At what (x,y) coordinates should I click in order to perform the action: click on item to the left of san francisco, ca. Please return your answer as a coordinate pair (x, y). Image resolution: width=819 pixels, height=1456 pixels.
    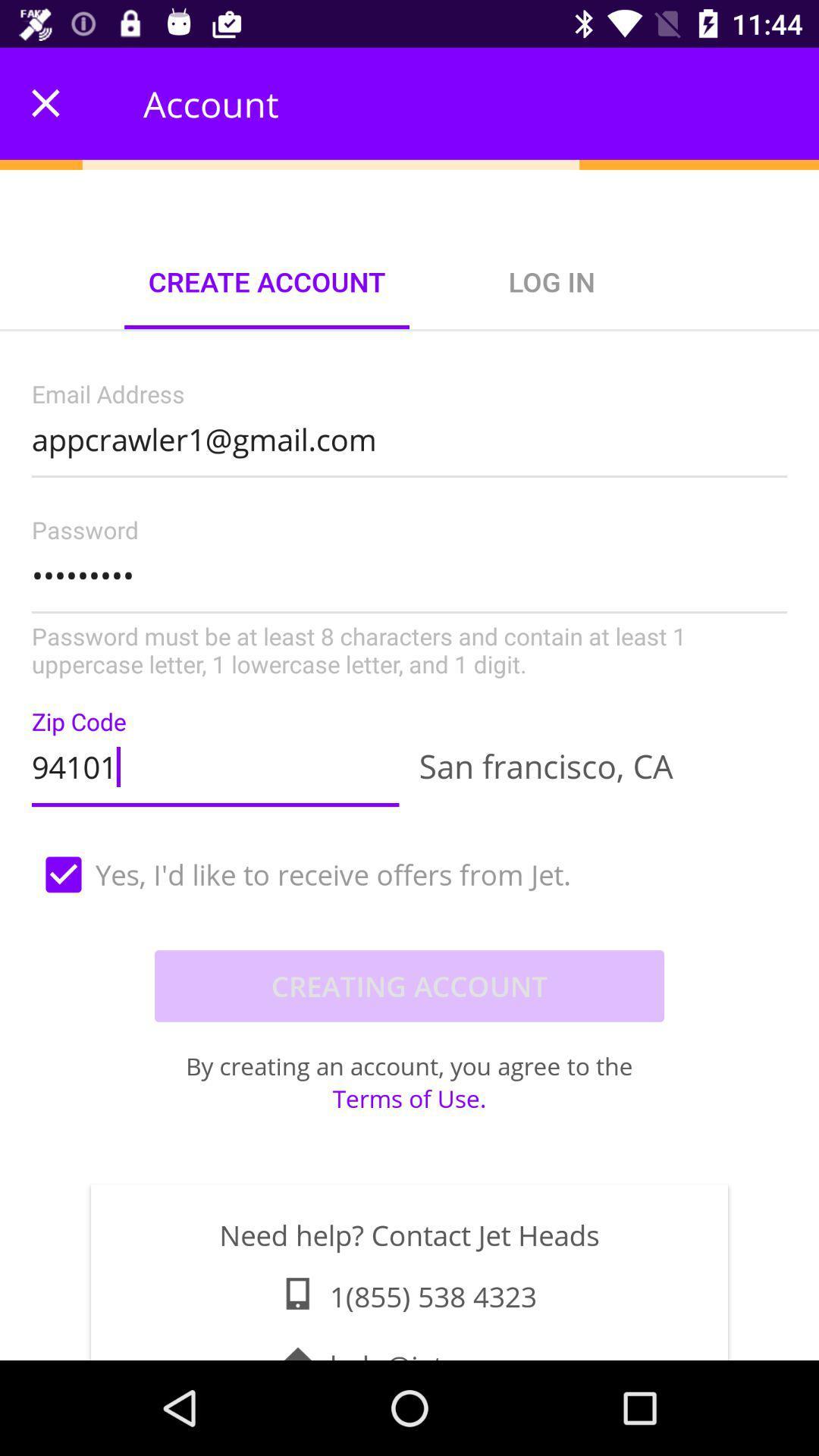
    Looking at the image, I should click on (215, 763).